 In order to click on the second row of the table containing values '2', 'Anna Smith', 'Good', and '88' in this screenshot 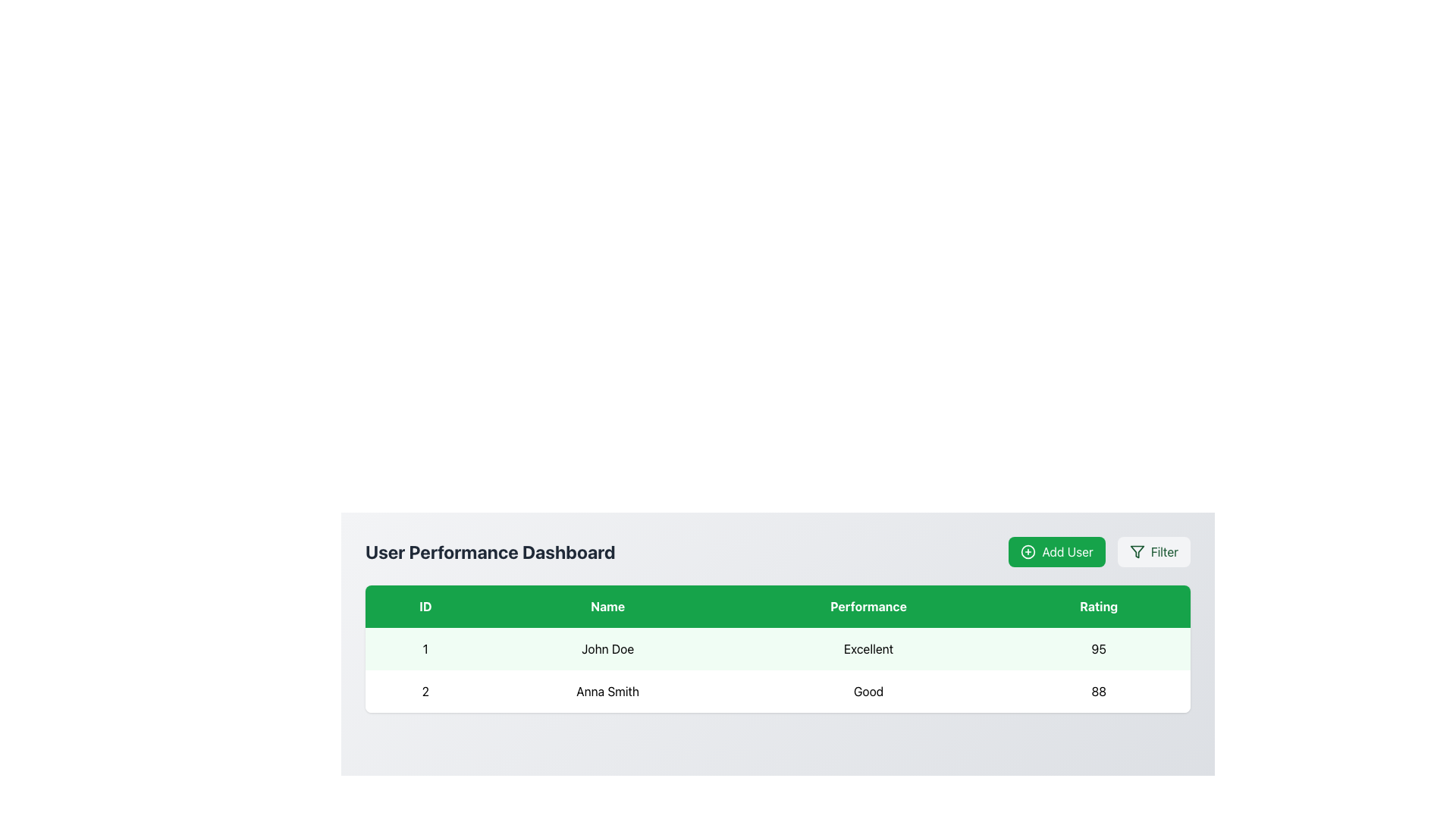, I will do `click(778, 691)`.